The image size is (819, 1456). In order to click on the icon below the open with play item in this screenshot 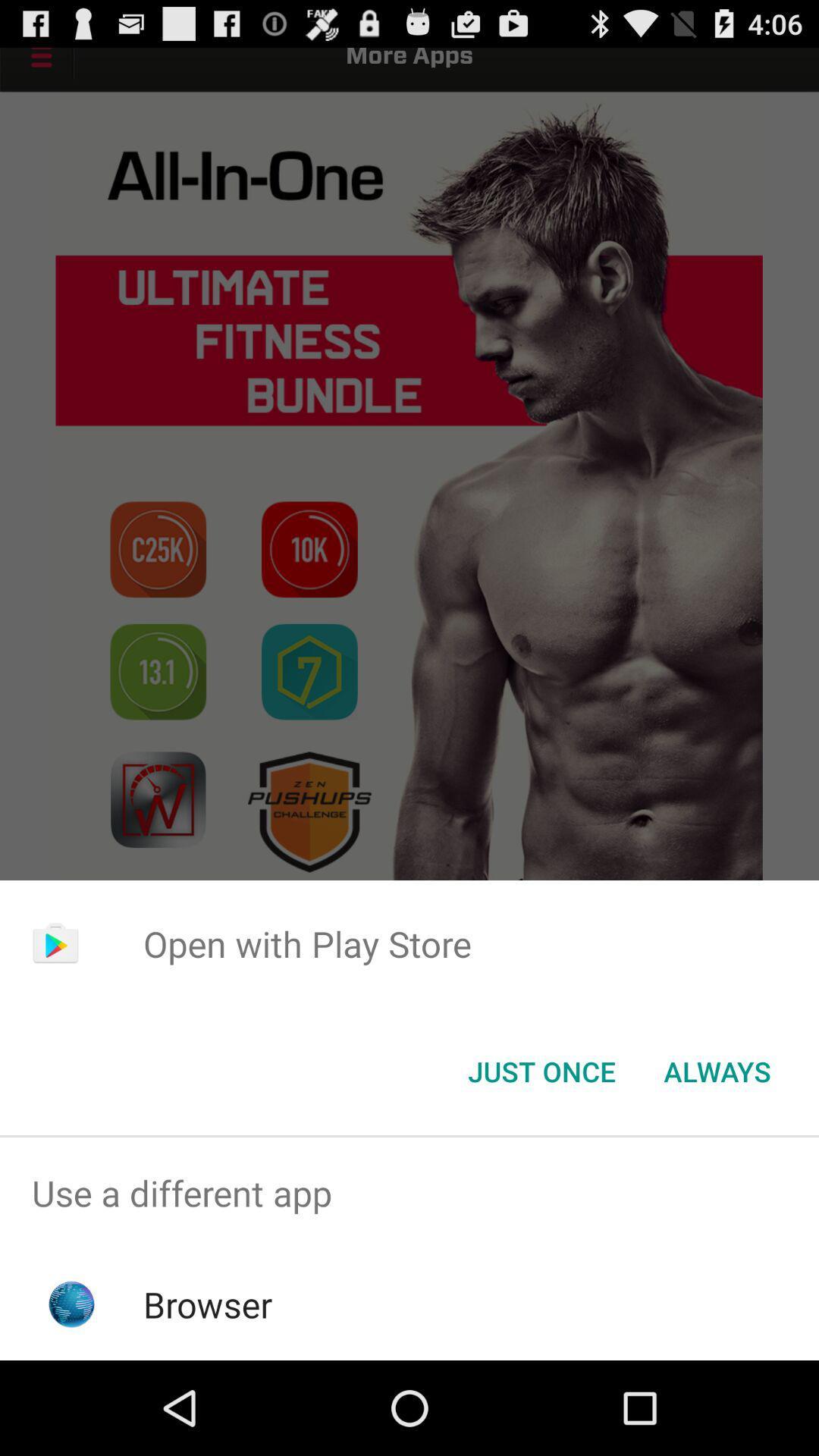, I will do `click(717, 1070)`.